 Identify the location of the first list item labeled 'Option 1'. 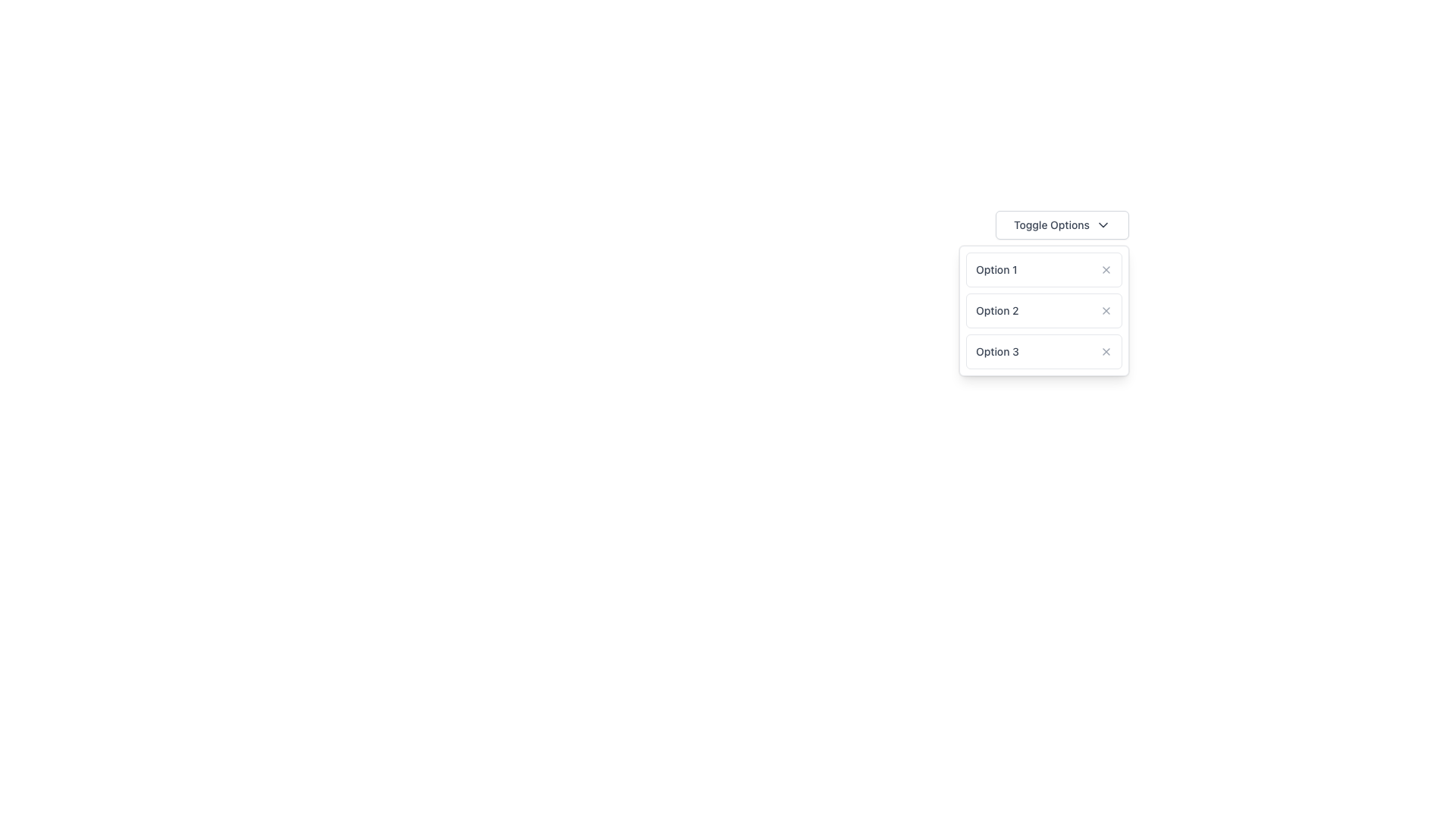
(1043, 268).